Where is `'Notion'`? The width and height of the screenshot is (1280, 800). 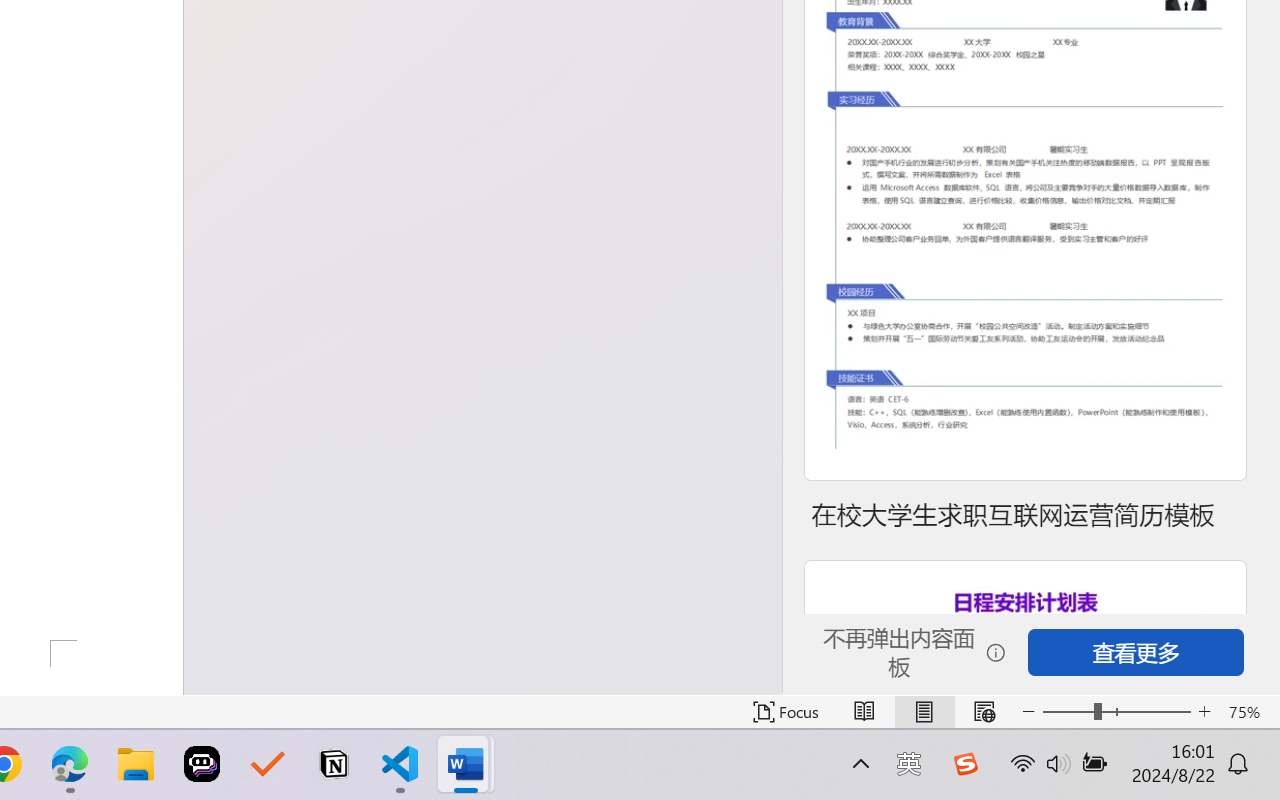 'Notion' is located at coordinates (334, 764).